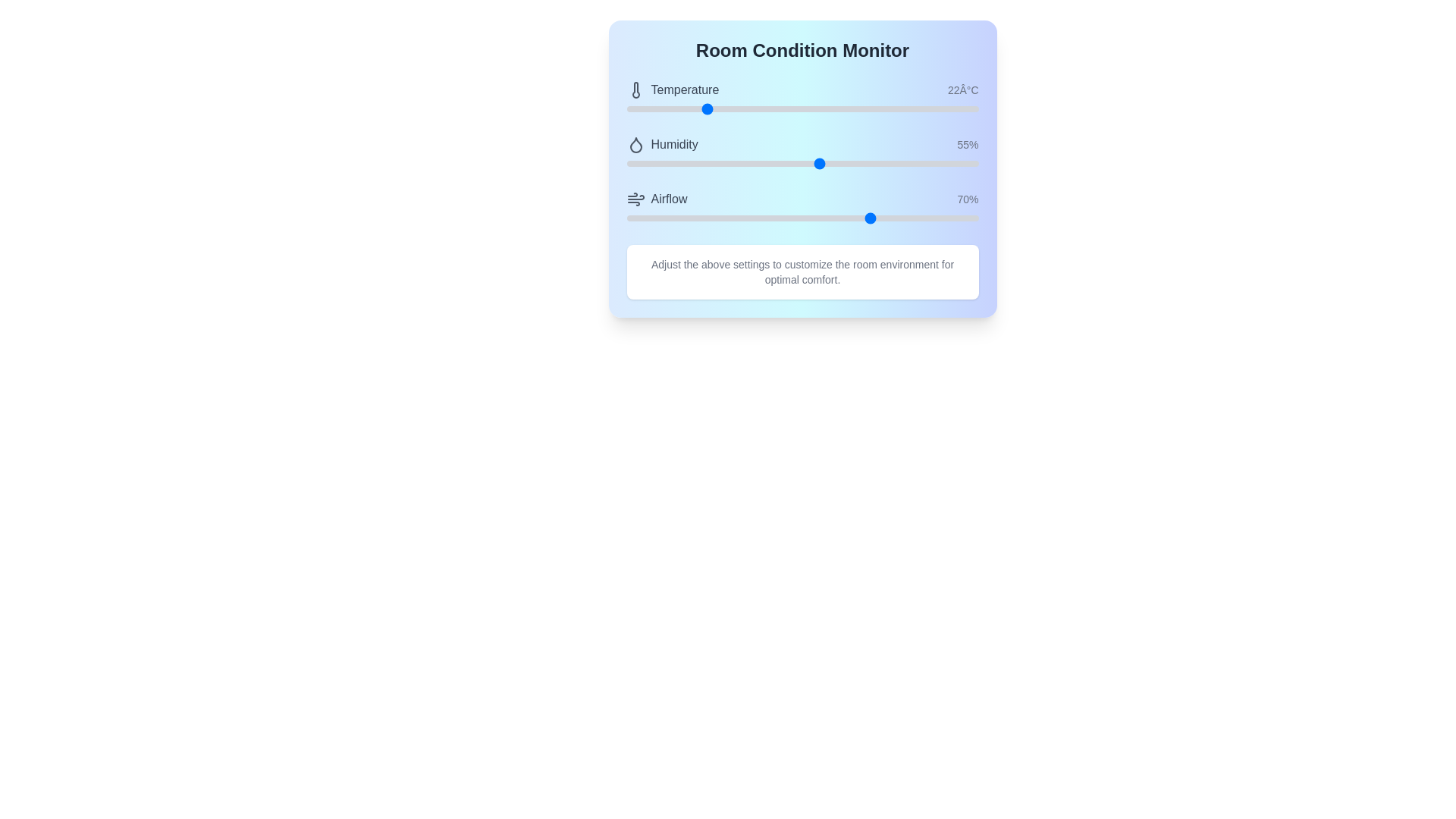 The width and height of the screenshot is (1456, 819). I want to click on airflow level, so click(710, 218).